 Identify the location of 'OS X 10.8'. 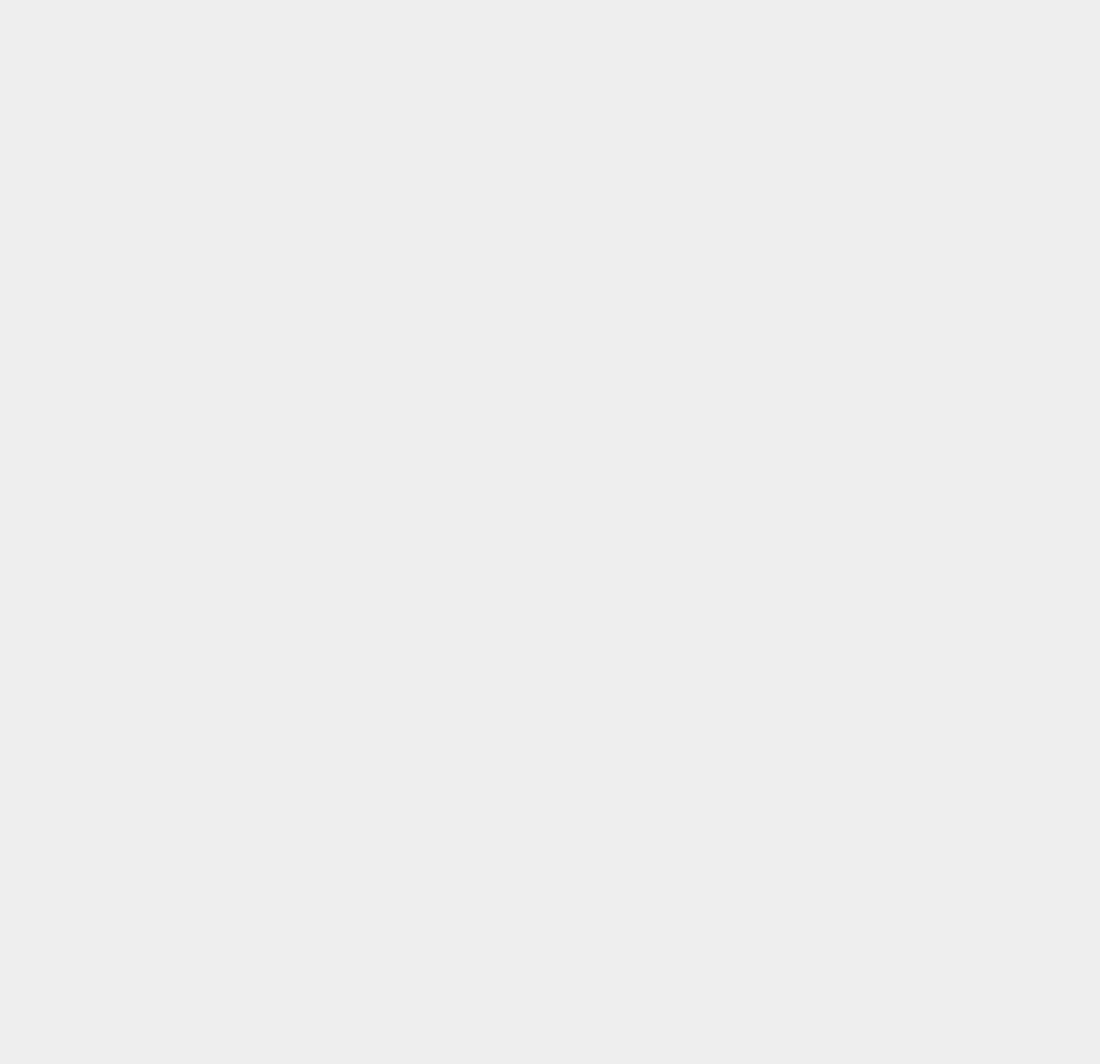
(778, 863).